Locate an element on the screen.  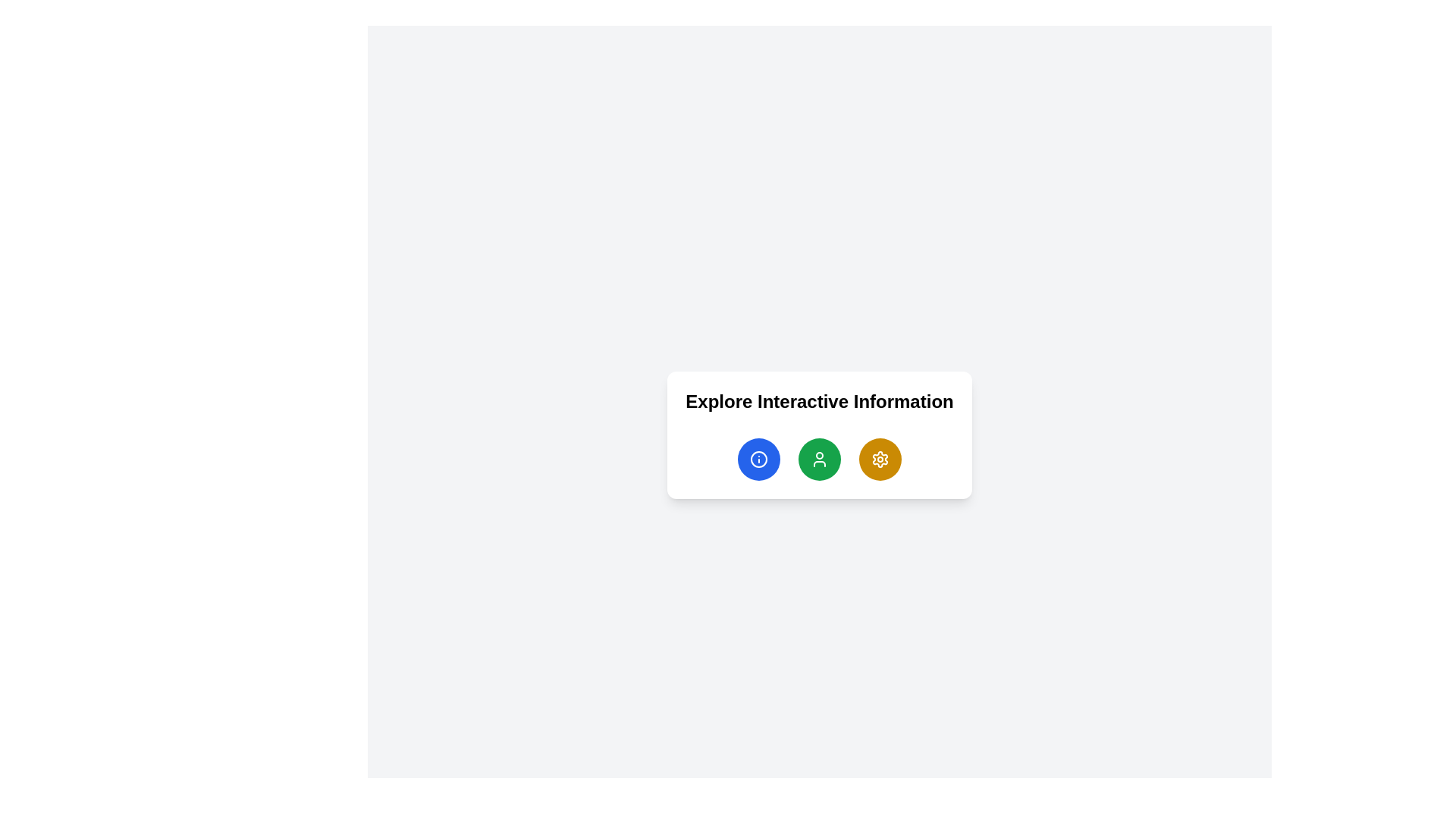
the orange circular settings gear icon button located in the bottom right corner of the 'Explore Interactive Information' card is located at coordinates (880, 458).